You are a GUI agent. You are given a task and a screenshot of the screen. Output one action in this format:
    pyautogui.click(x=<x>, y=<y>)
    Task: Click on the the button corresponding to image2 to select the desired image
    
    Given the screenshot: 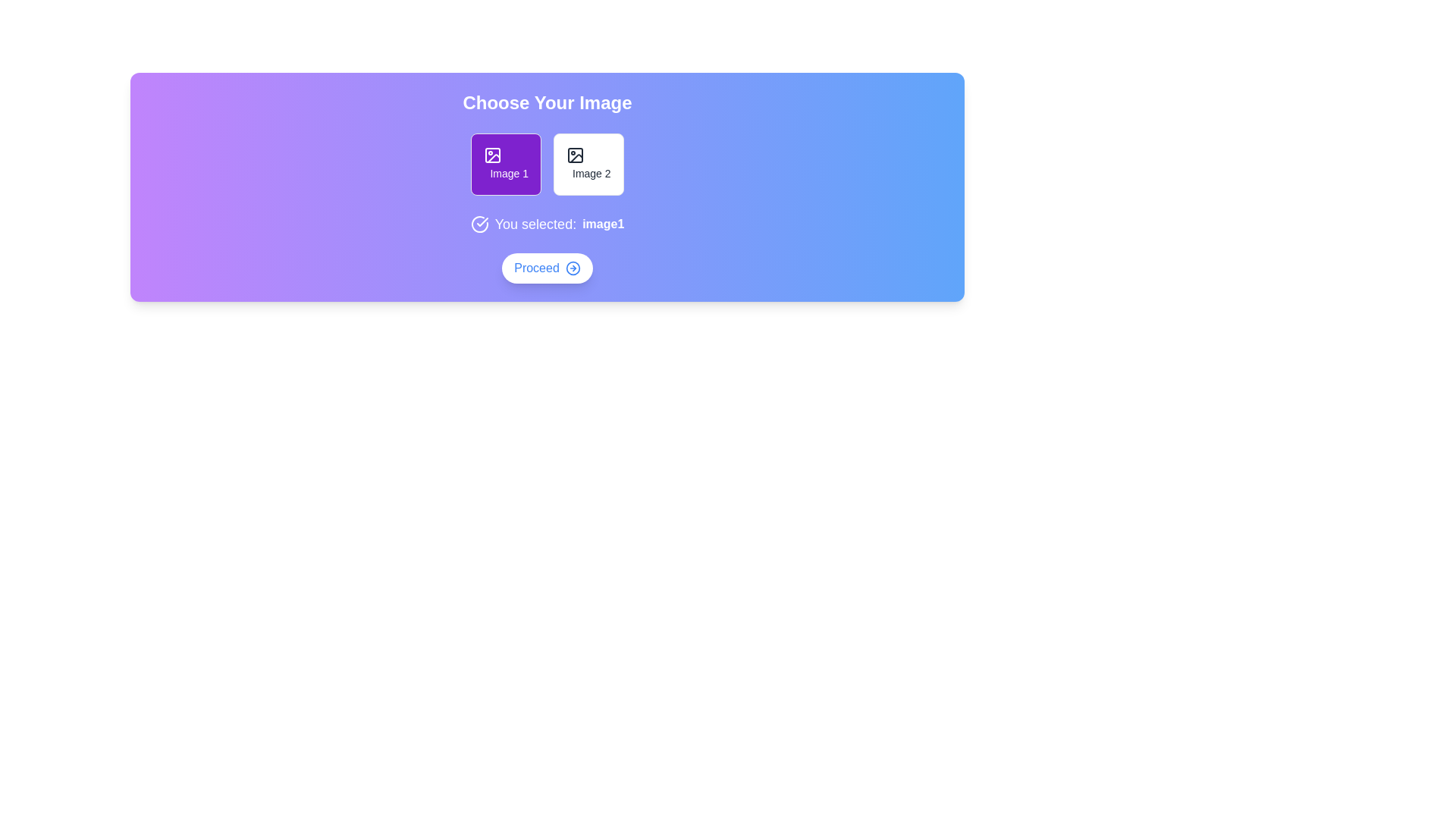 What is the action you would take?
    pyautogui.click(x=588, y=164)
    